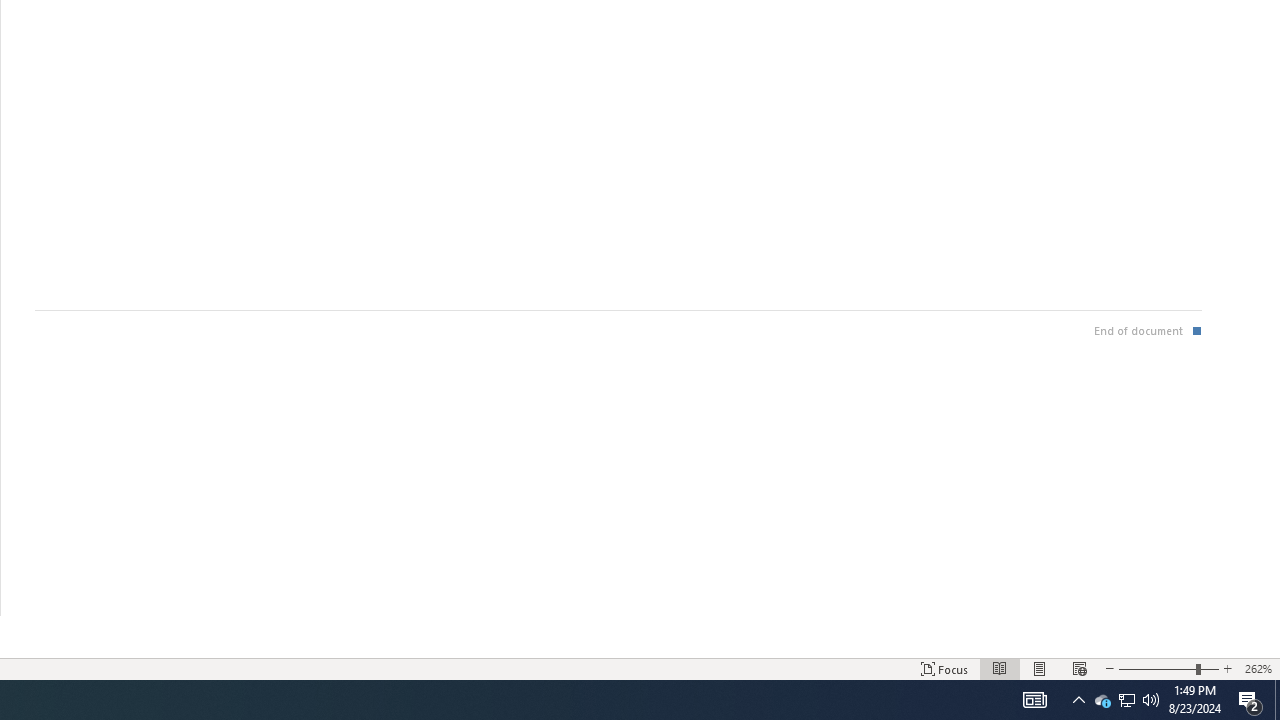 The width and height of the screenshot is (1280, 720). I want to click on 'Print Layout', so click(1040, 669).